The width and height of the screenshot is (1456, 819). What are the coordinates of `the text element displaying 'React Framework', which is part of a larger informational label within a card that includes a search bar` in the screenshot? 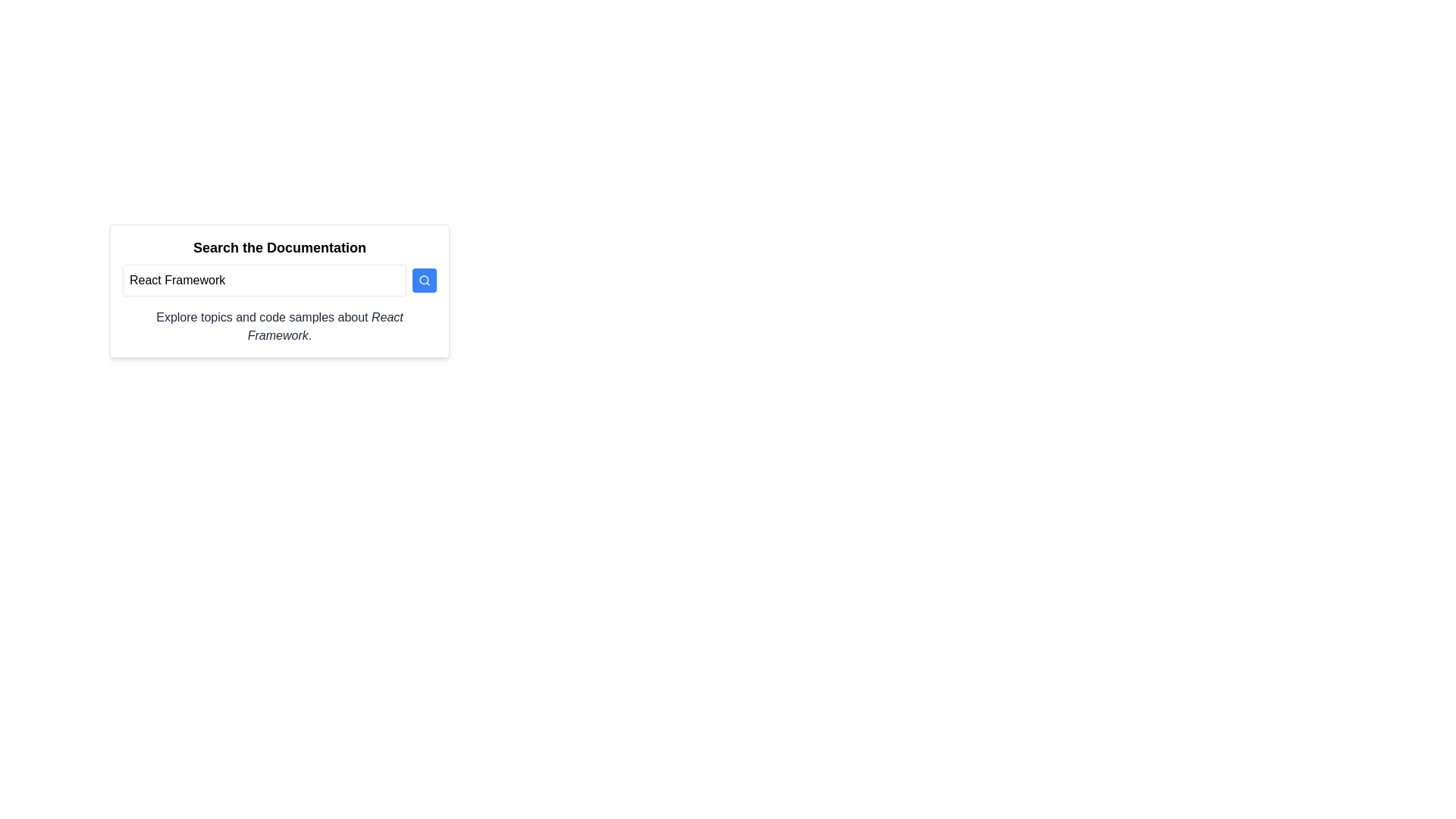 It's located at (325, 325).